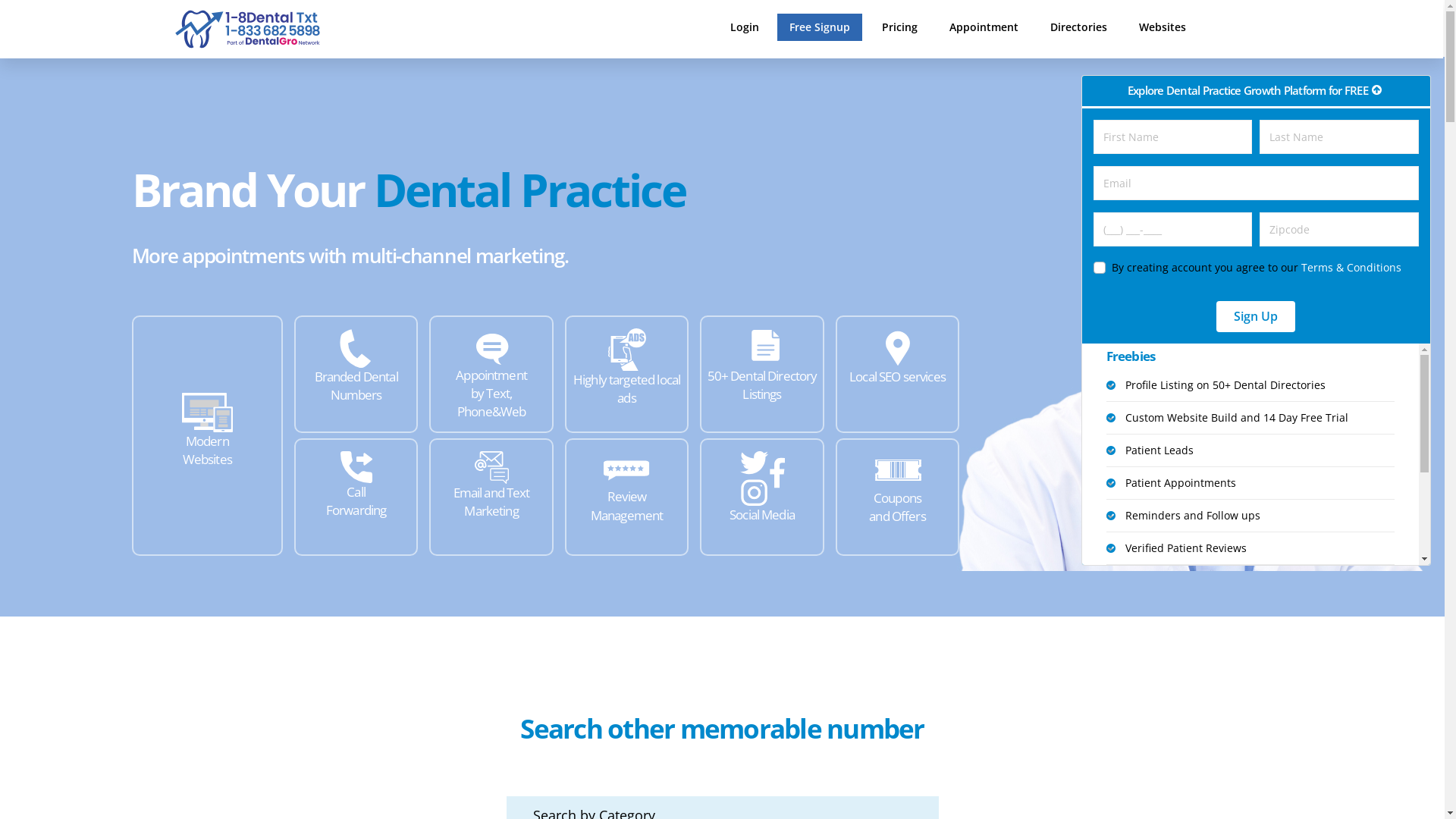 This screenshot has height=819, width=1456. Describe the element at coordinates (897, 374) in the screenshot. I see `'Local SEO services'` at that location.